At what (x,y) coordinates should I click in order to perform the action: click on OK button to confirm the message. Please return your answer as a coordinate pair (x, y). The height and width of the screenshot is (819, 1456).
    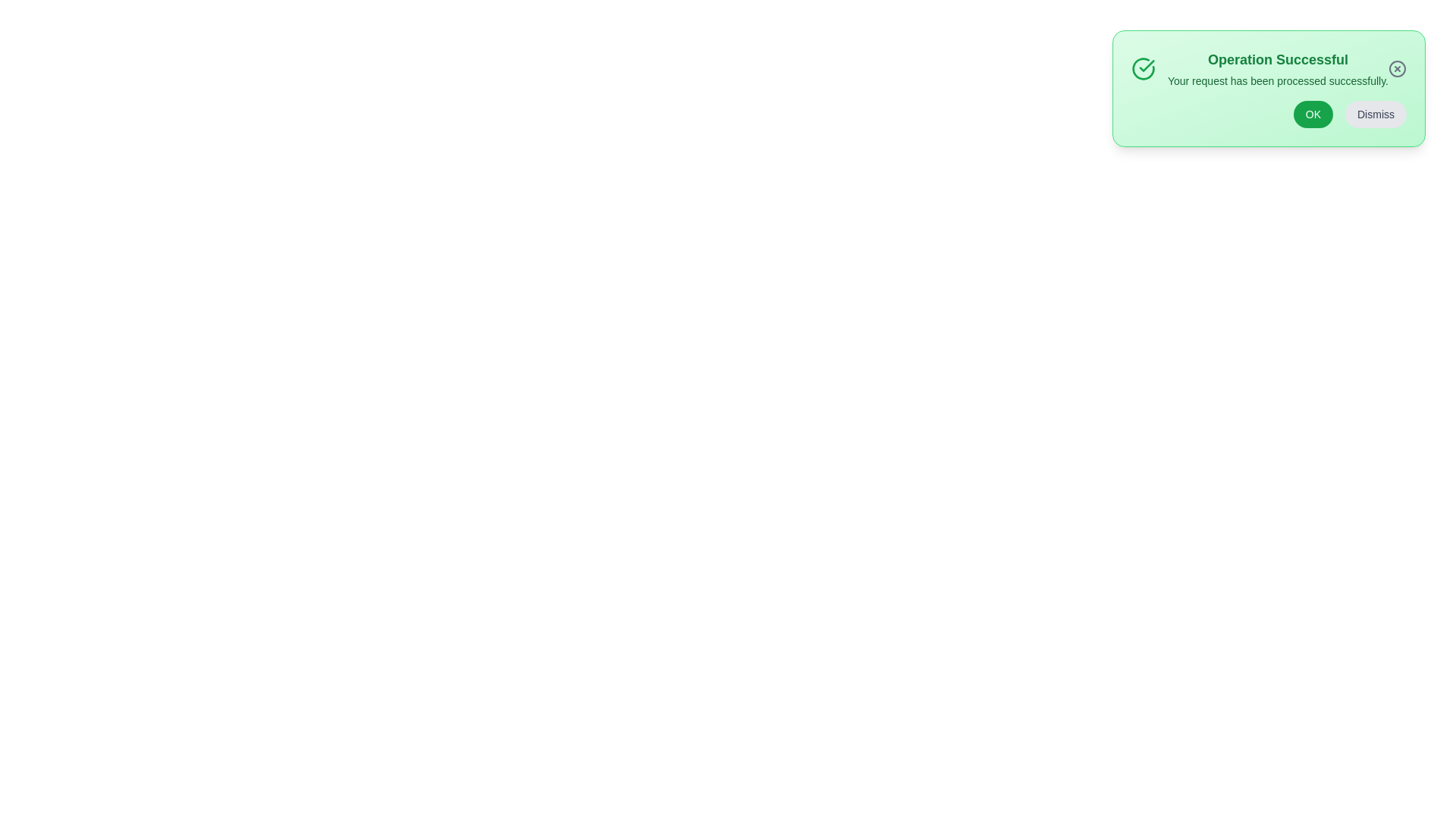
    Looking at the image, I should click on (1312, 113).